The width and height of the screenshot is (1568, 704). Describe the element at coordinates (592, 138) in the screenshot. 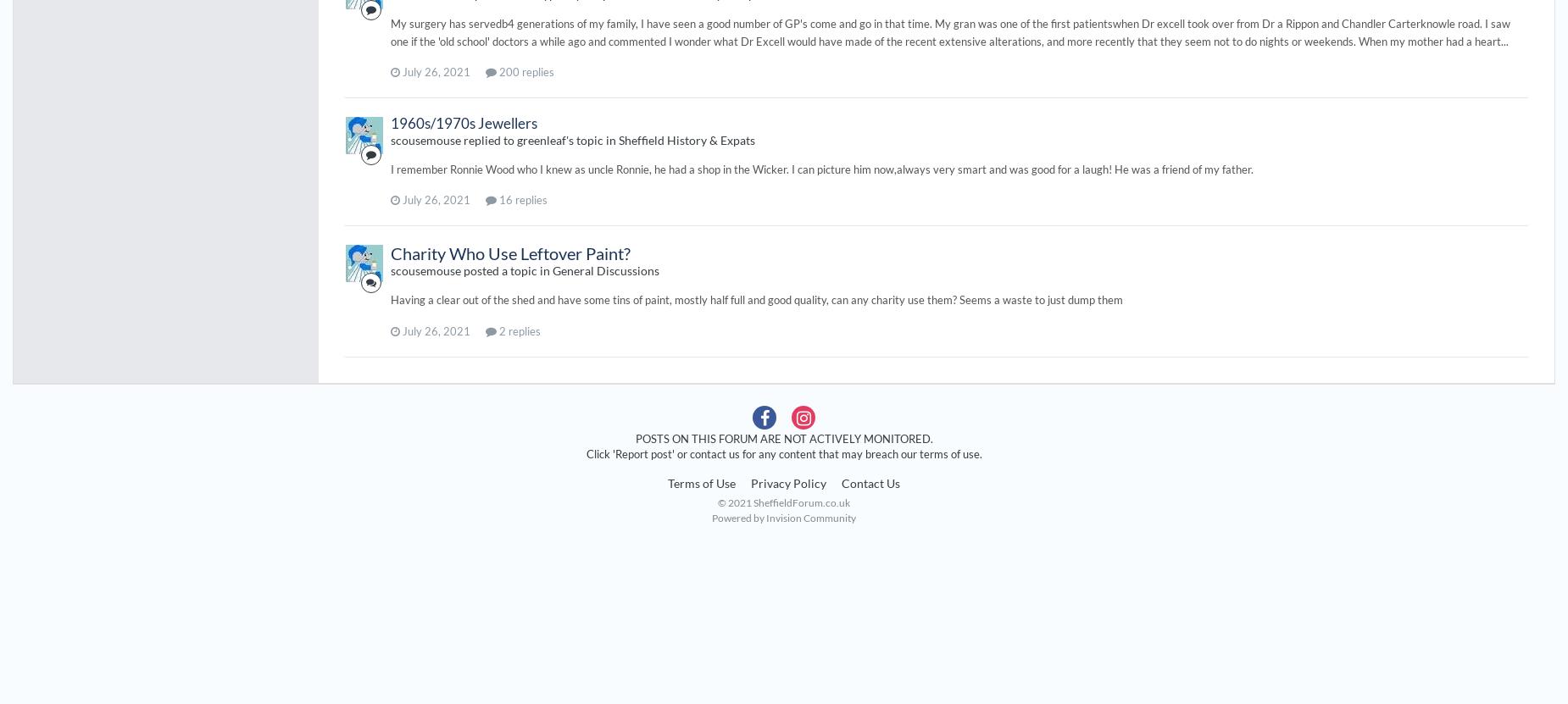

I see `''s topic in'` at that location.